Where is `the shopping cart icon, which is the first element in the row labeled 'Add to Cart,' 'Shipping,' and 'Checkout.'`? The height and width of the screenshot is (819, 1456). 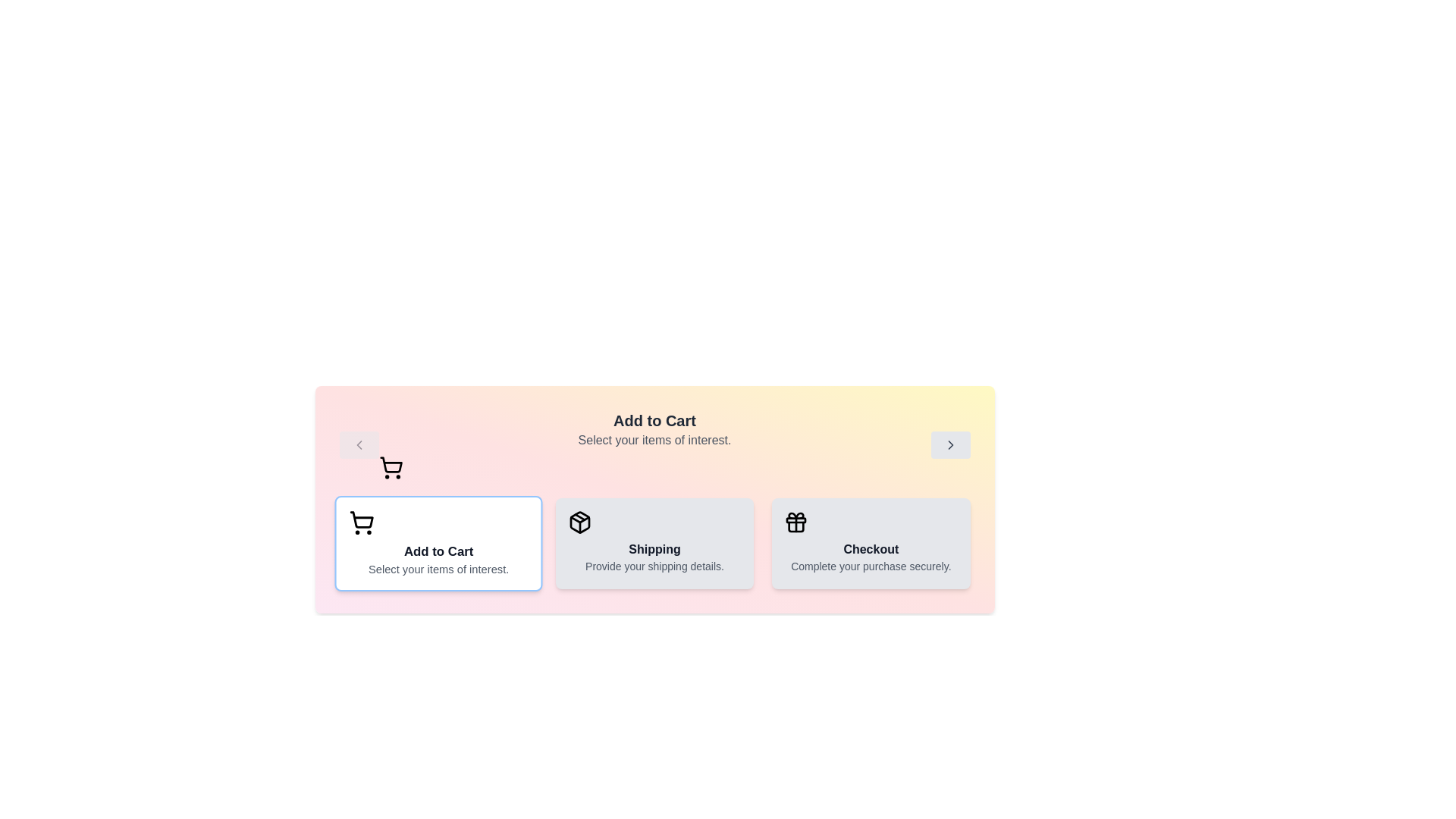
the shopping cart icon, which is the first element in the row labeled 'Add to Cart,' 'Shipping,' and 'Checkout.' is located at coordinates (360, 522).